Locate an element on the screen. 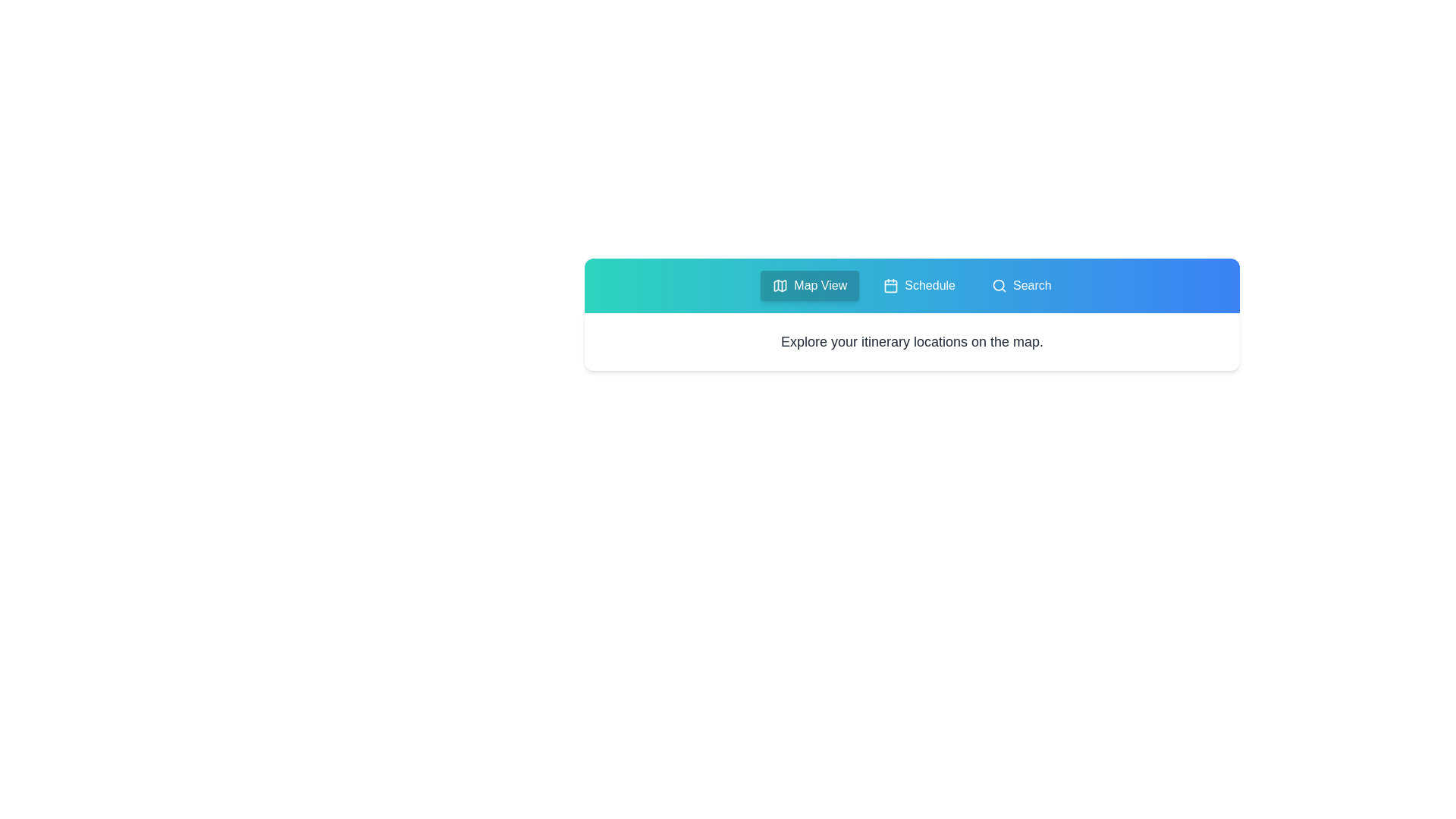  the 'Map View' button, which is the first button in the row with a black map icon and white text, to observe the scale change effect is located at coordinates (809, 286).